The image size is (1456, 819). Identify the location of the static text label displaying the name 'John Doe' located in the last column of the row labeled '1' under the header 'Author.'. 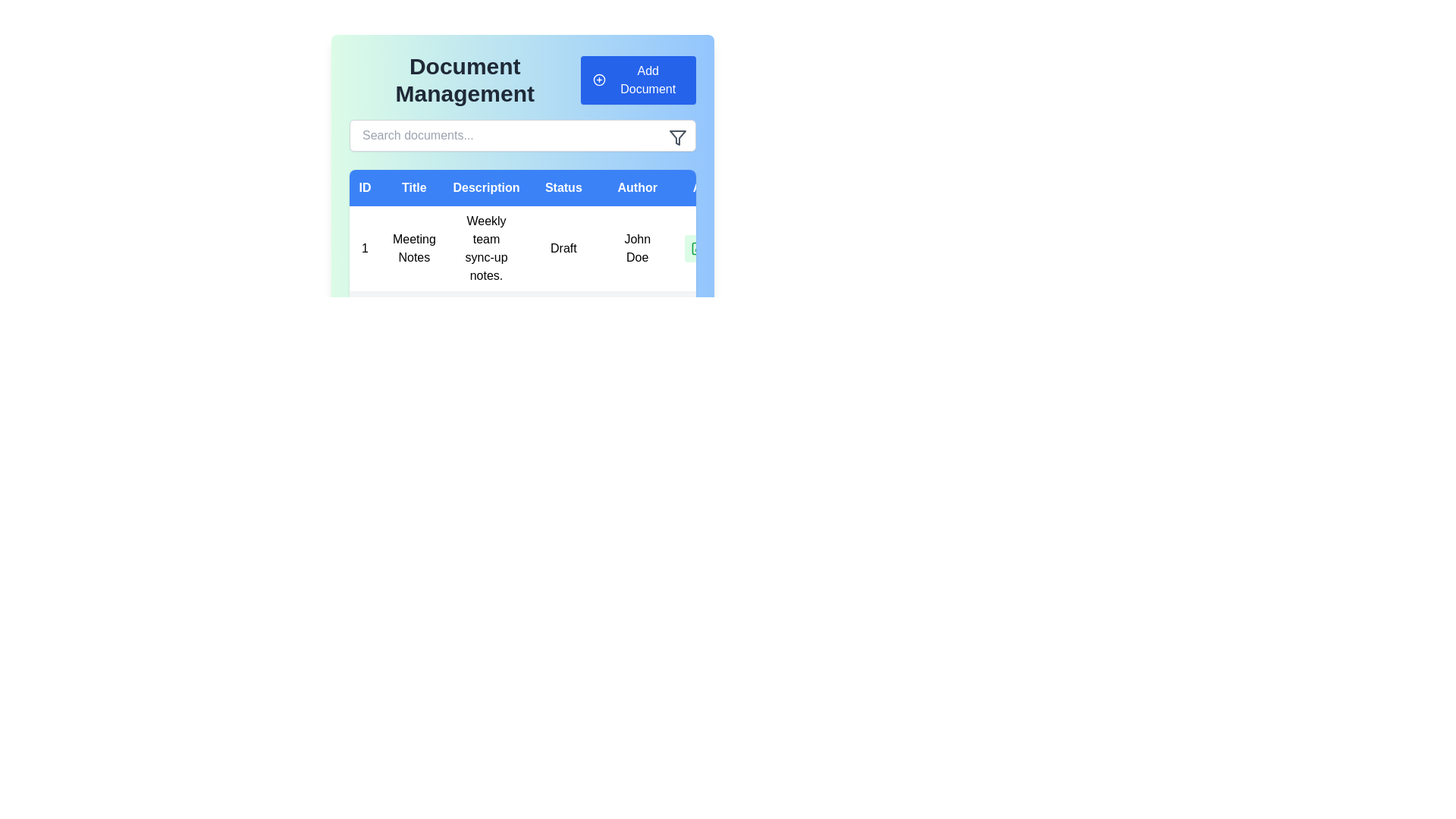
(637, 247).